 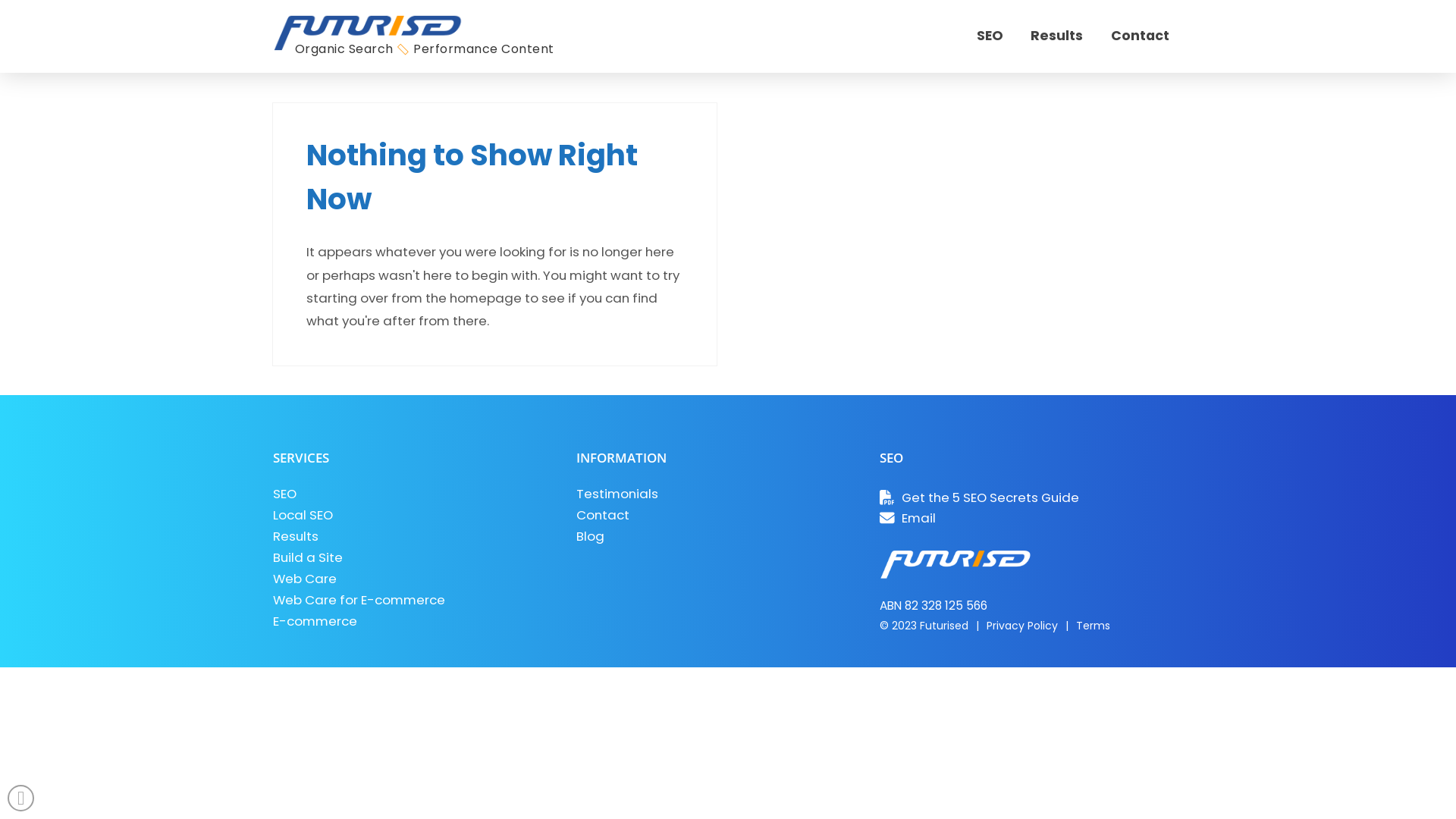 I want to click on 'Results', so click(x=1056, y=35).